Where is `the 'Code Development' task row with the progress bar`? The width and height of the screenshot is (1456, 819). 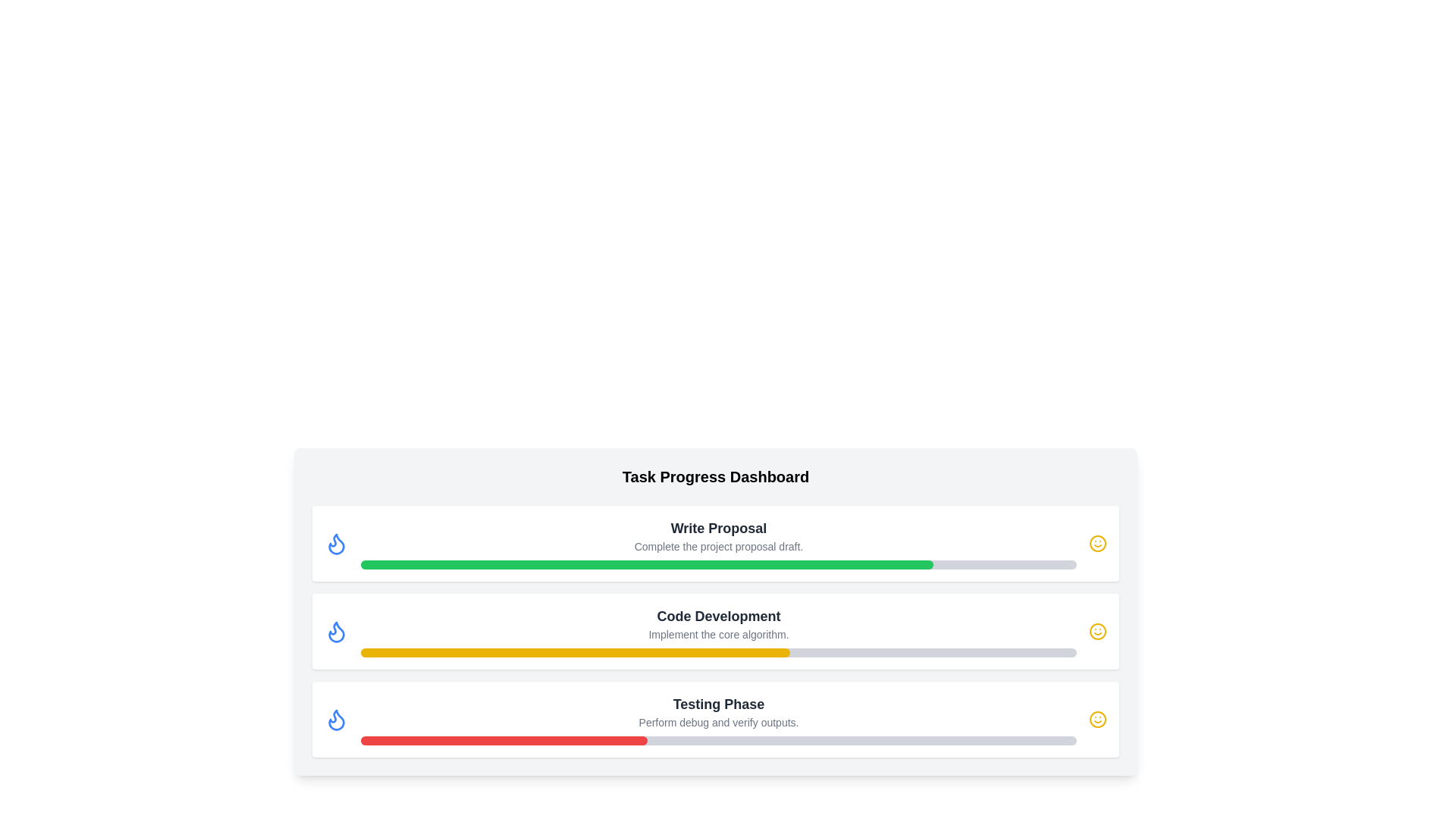
the 'Code Development' task row with the progress bar is located at coordinates (718, 632).